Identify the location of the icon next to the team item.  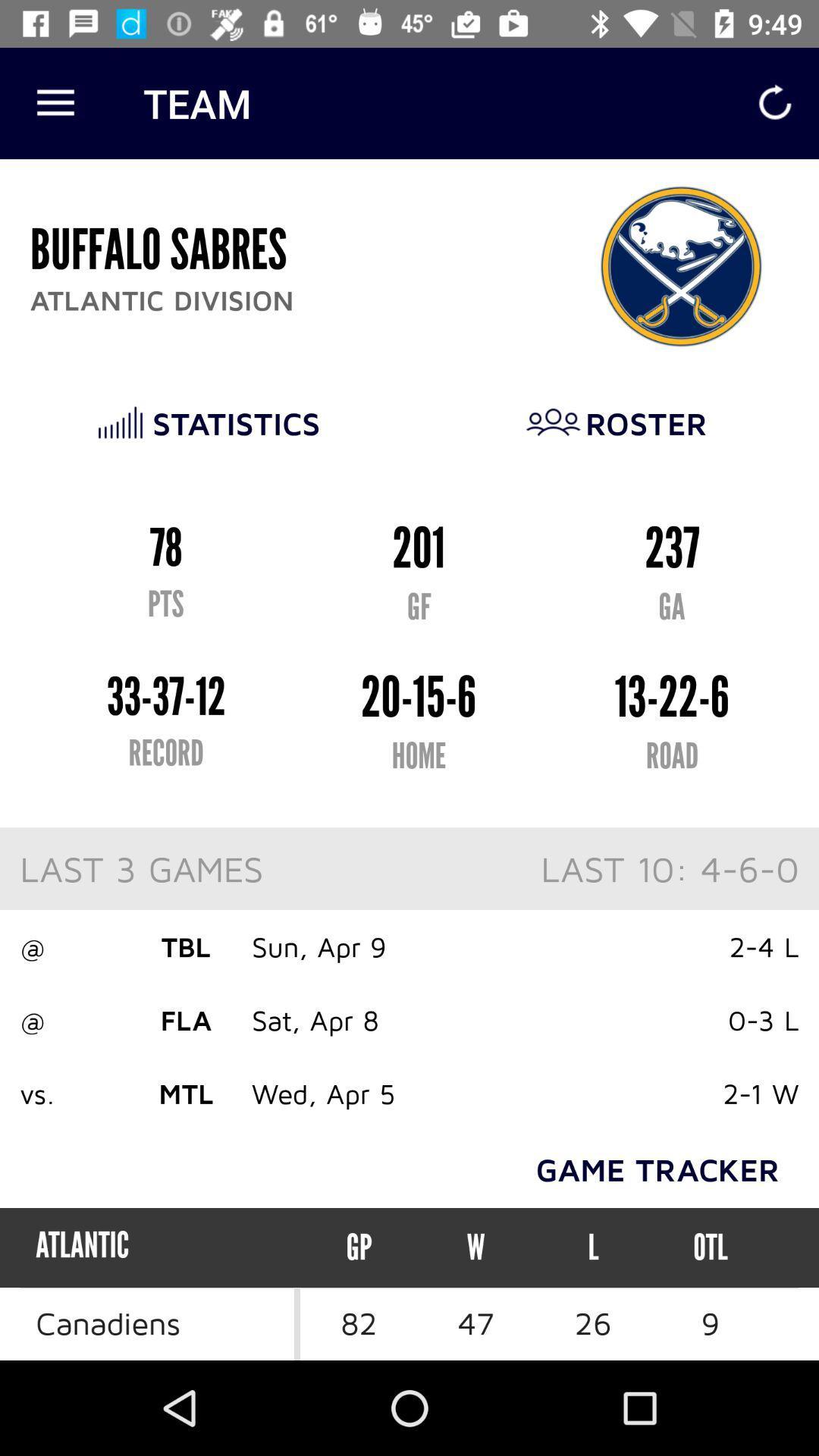
(55, 102).